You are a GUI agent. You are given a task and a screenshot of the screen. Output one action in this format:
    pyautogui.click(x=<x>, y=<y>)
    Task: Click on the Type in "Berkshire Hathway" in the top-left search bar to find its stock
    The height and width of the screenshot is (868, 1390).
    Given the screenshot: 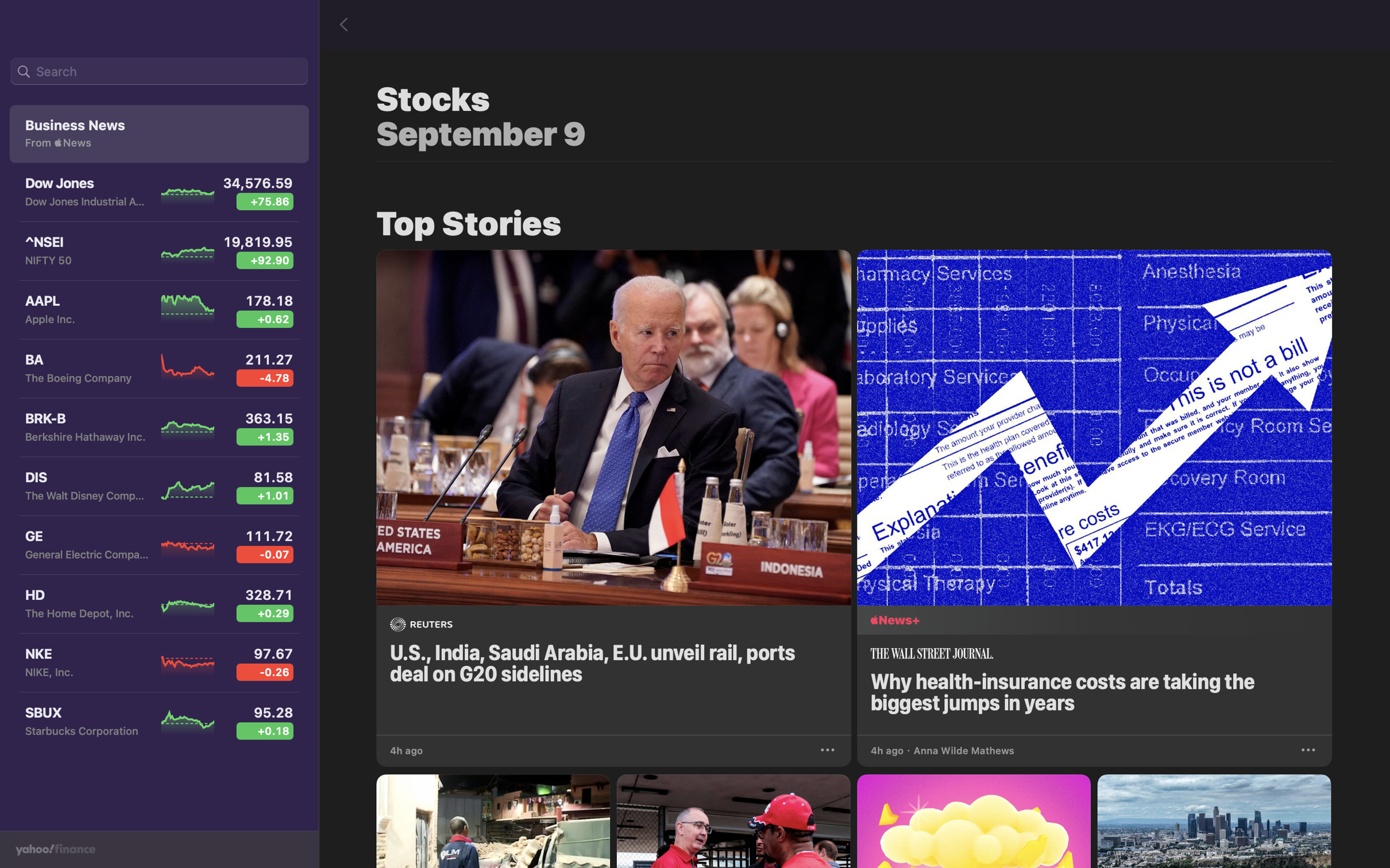 What is the action you would take?
    pyautogui.click(x=159, y=72)
    